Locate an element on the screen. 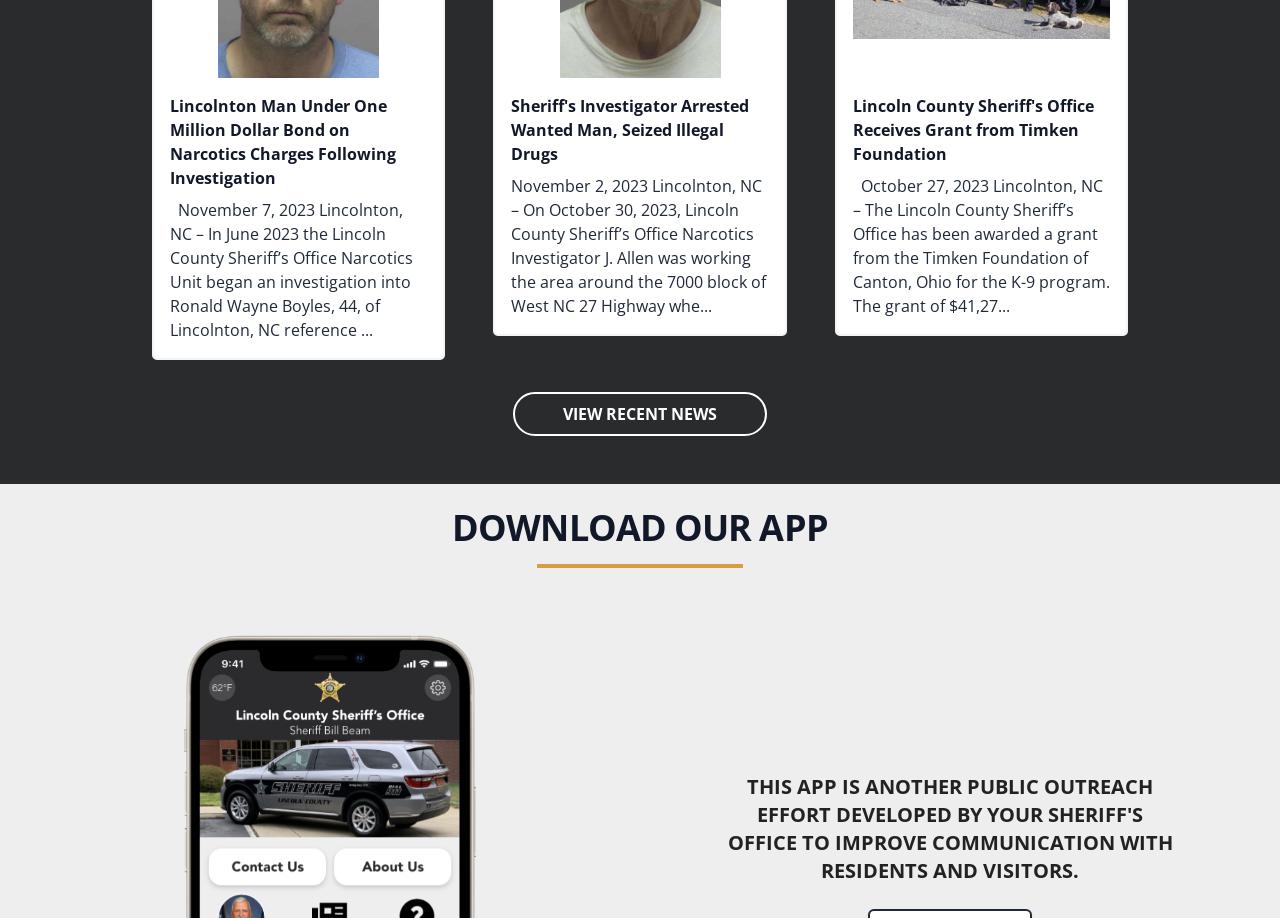 This screenshot has height=918, width=1280. 'Lincolnton Man Under One Million Dollar Bond on Narcotics Charges Following Investigation' is located at coordinates (282, 140).